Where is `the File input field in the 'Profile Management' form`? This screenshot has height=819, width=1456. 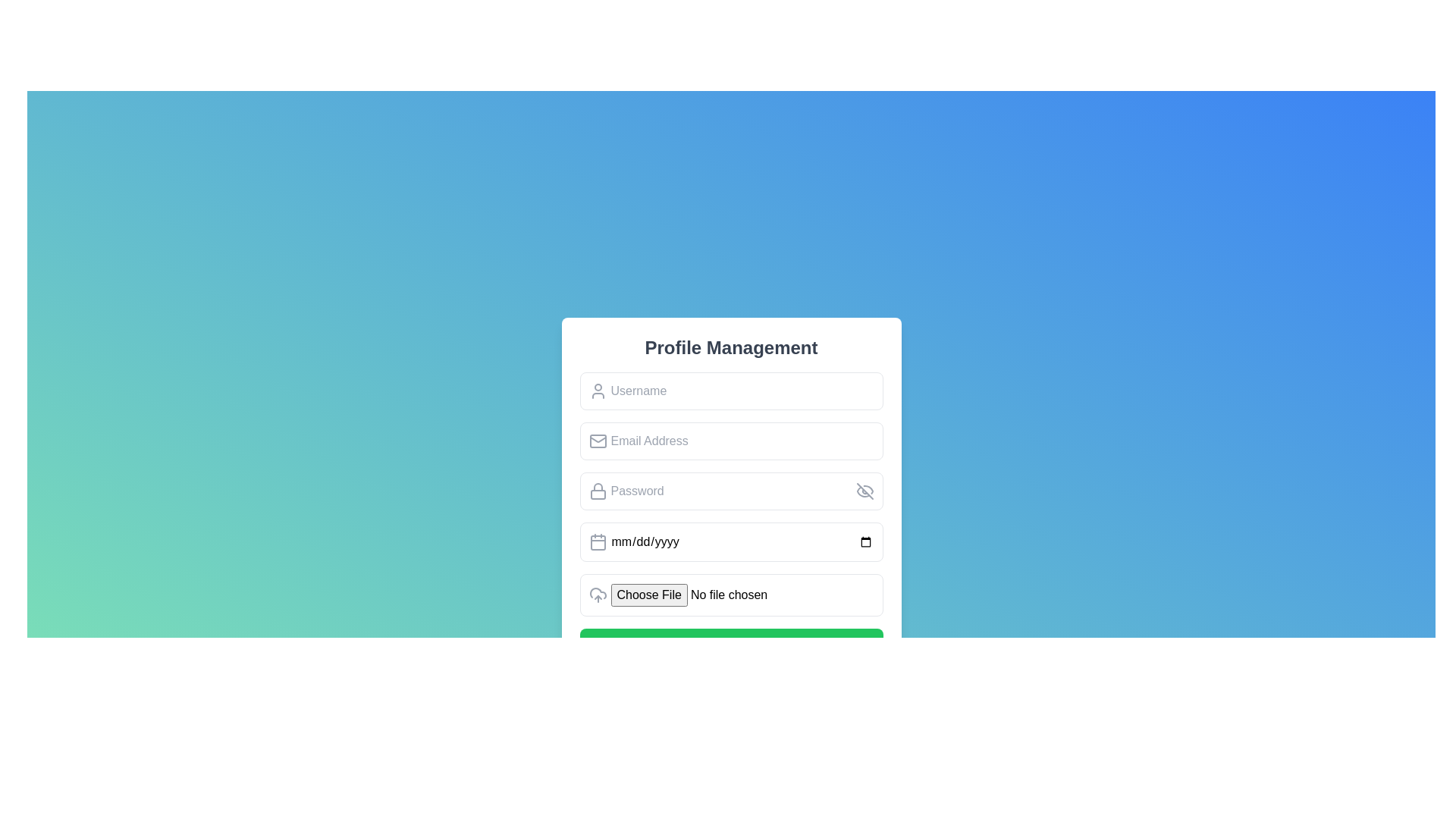 the File input field in the 'Profile Management' form is located at coordinates (731, 595).